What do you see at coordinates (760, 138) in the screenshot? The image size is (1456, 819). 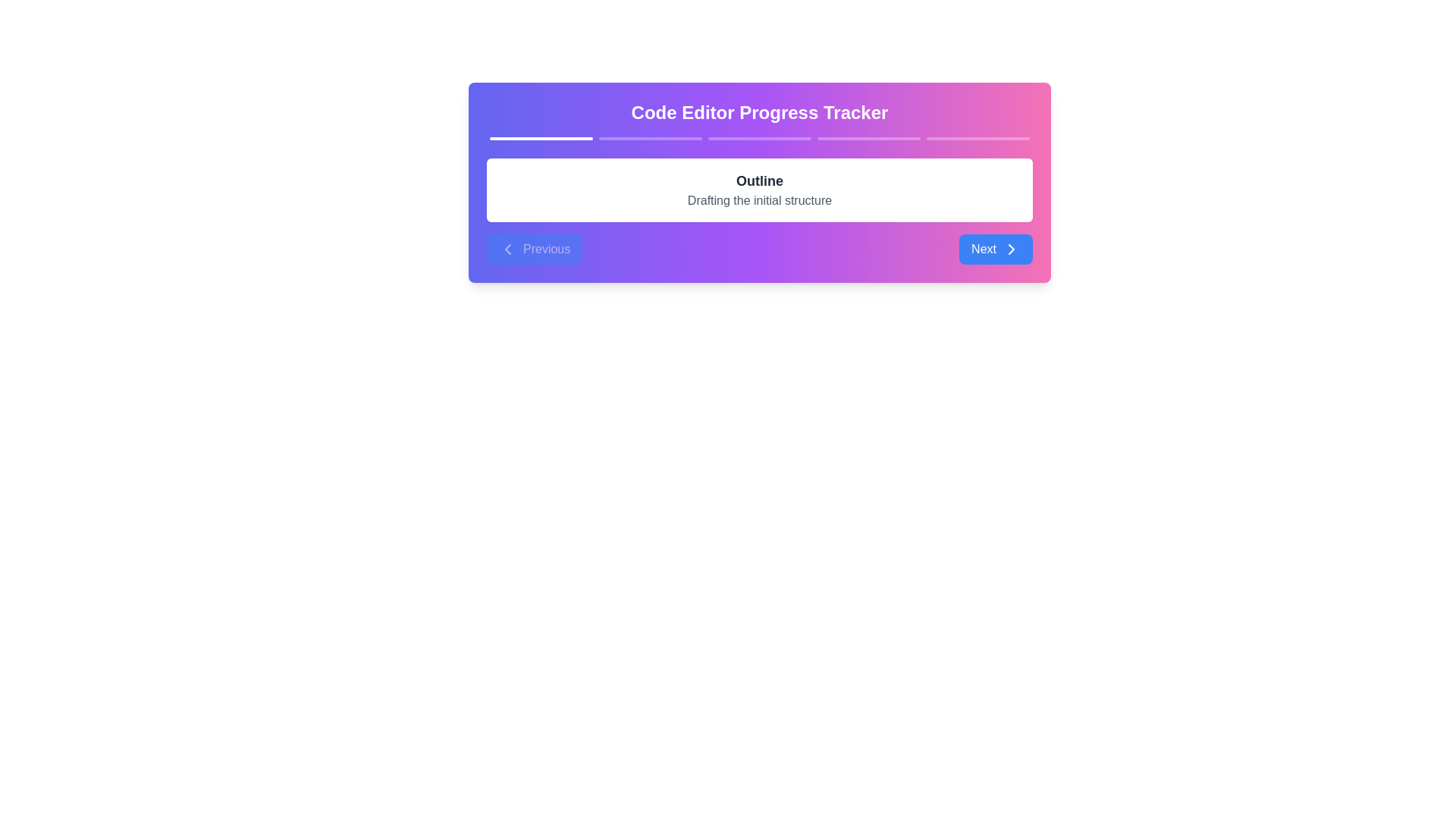 I see `the progress bar located just below the title 'Code Editor Progress Tracker', which serves as a visual representation of progress in a task tracker` at bounding box center [760, 138].